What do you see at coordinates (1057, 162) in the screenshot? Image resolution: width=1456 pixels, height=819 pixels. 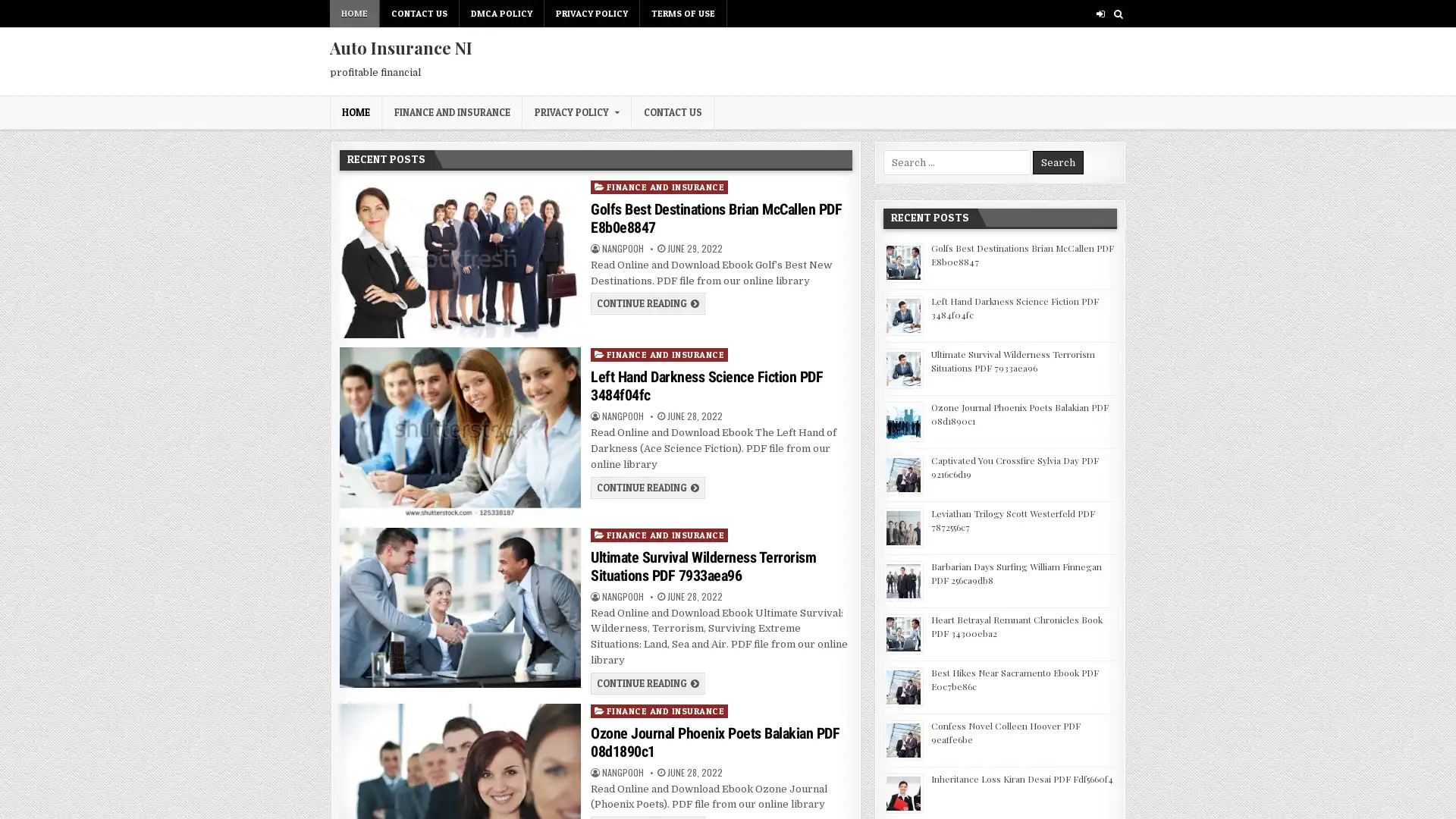 I see `Search` at bounding box center [1057, 162].